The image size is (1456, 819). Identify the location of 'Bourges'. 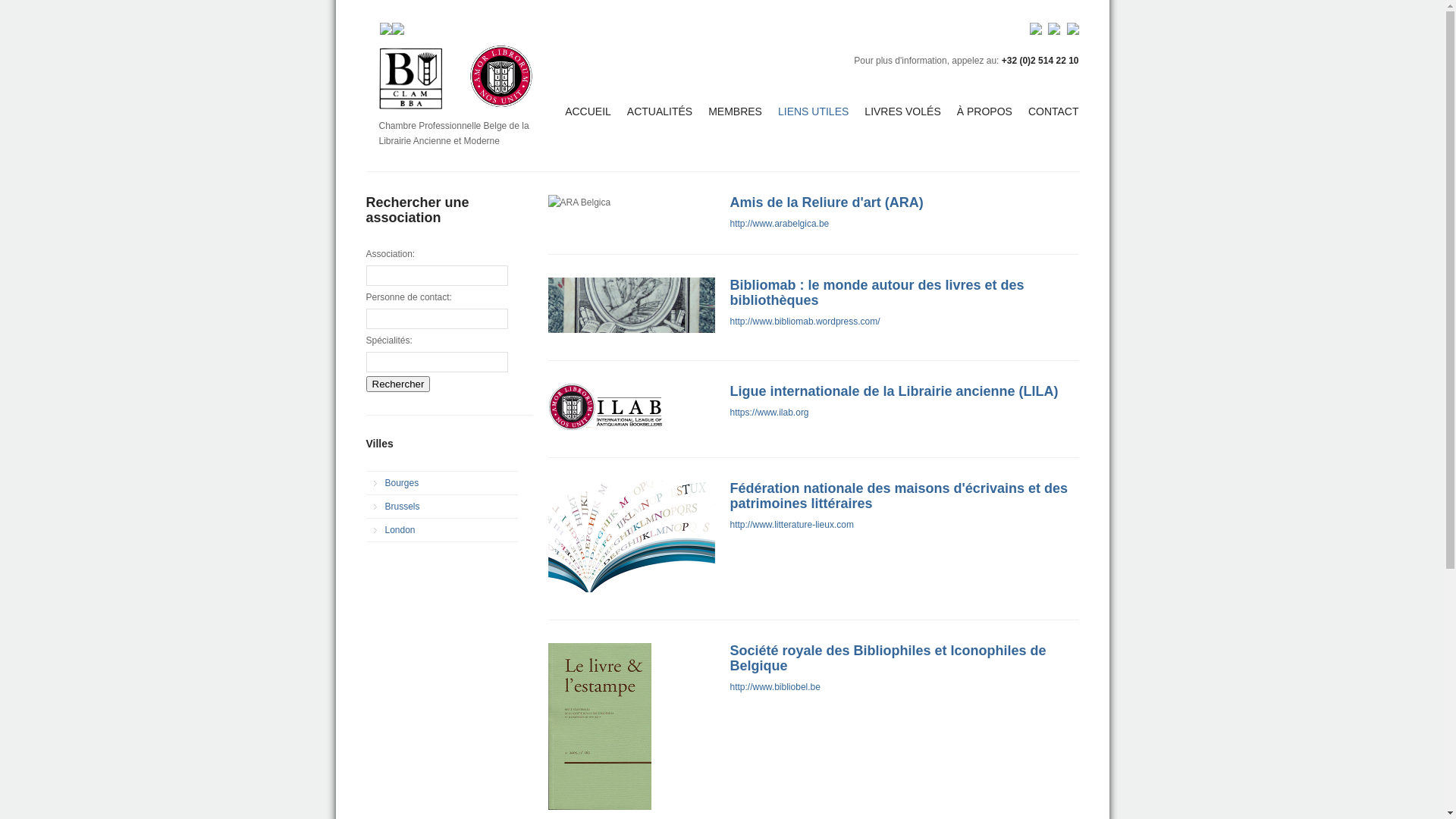
(440, 482).